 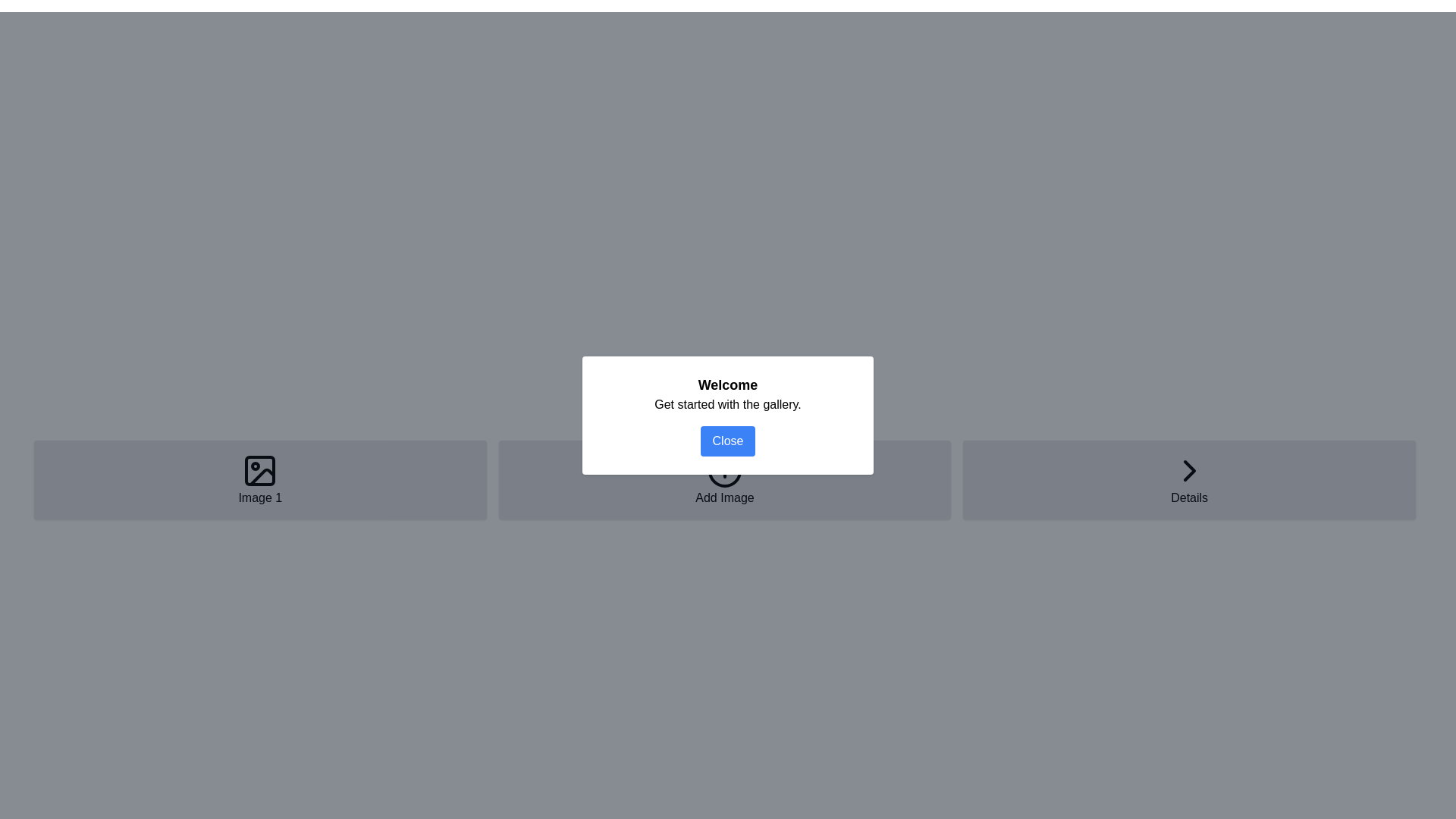 I want to click on the static text heading of the modal dialog, which is located at the center-top position of the white rectangular modal overlay, above the text 'Get started with the gallery.' and the 'Close' button, so click(x=728, y=384).